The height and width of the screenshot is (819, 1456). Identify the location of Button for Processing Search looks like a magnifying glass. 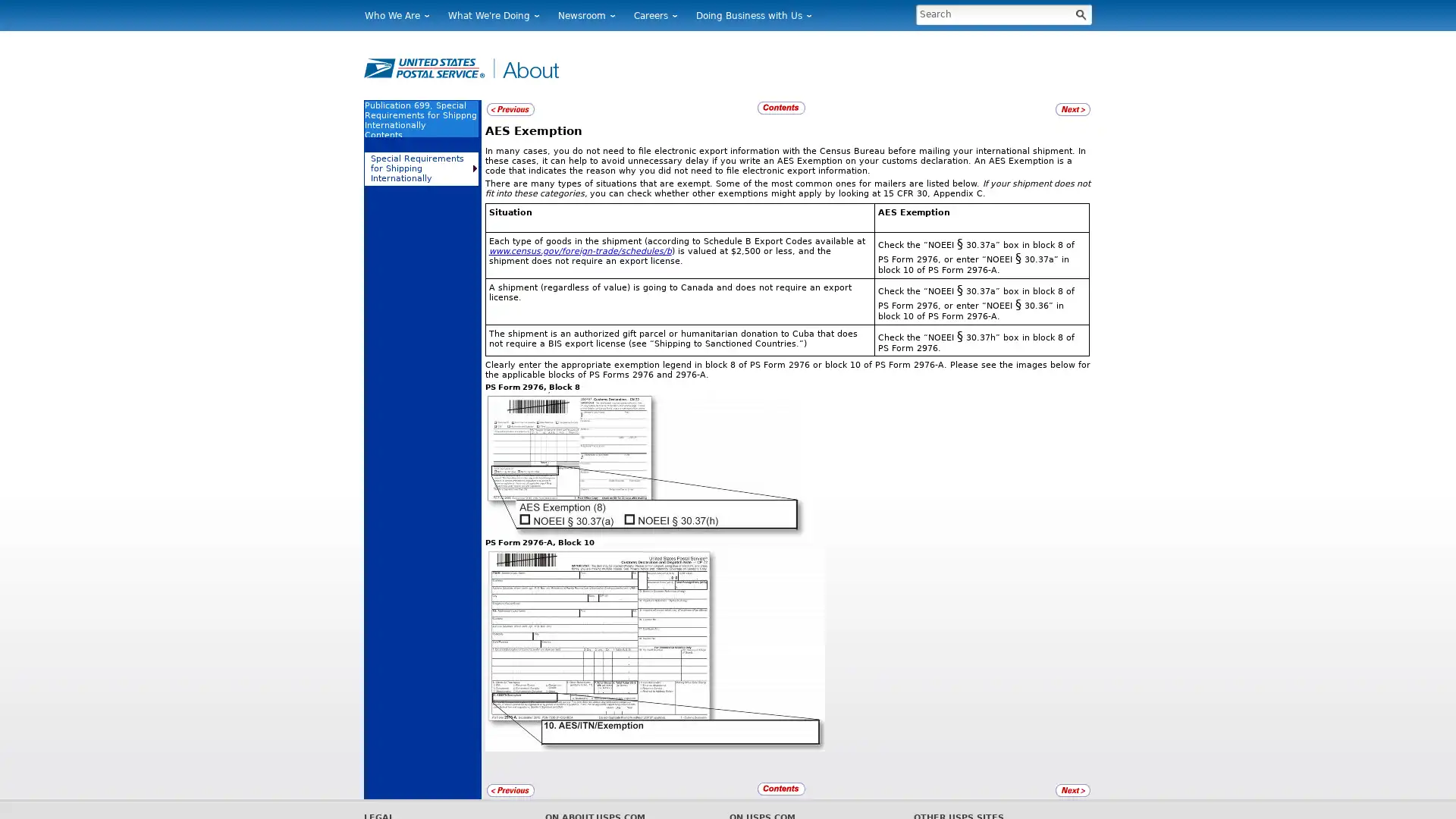
(1080, 14).